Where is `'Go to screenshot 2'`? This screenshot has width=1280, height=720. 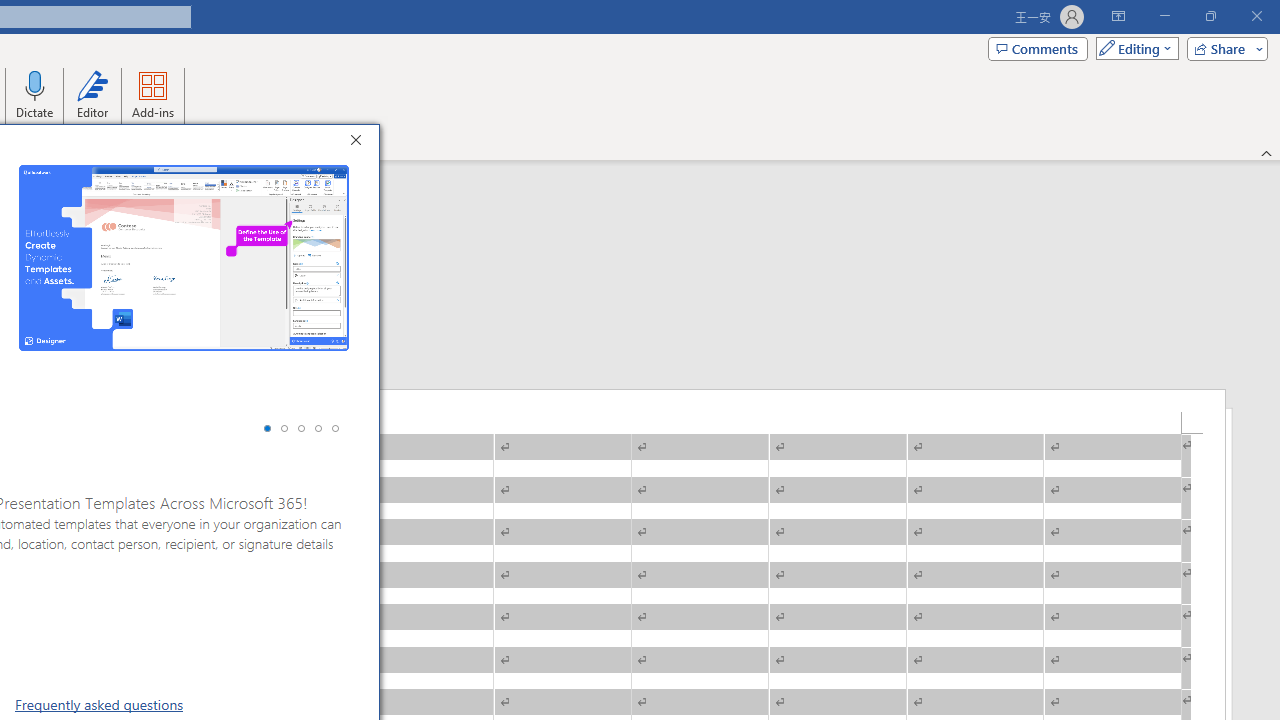
'Go to screenshot 2' is located at coordinates (283, 427).